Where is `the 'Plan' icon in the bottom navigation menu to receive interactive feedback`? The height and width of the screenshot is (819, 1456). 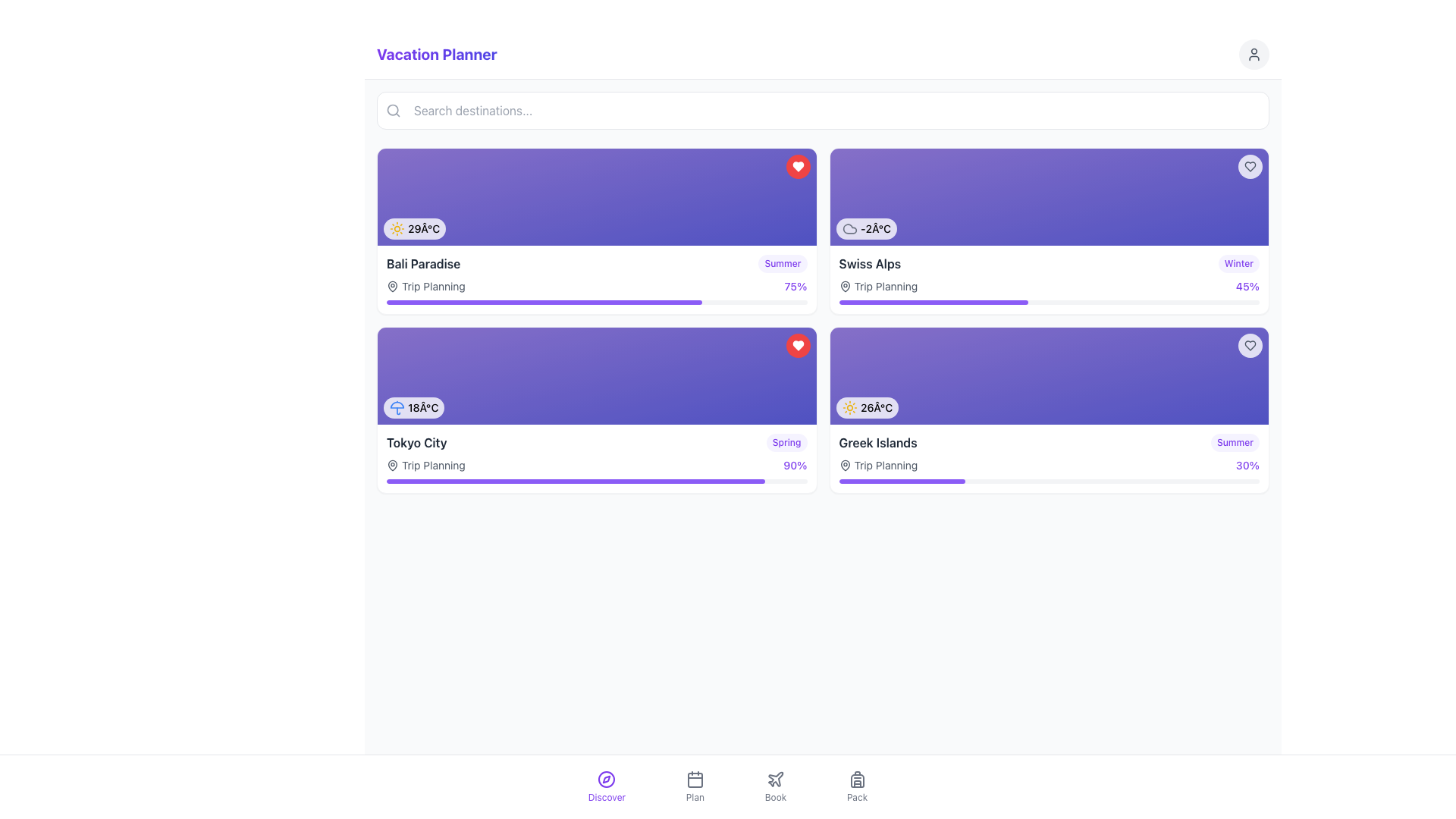
the 'Plan' icon in the bottom navigation menu to receive interactive feedback is located at coordinates (694, 780).